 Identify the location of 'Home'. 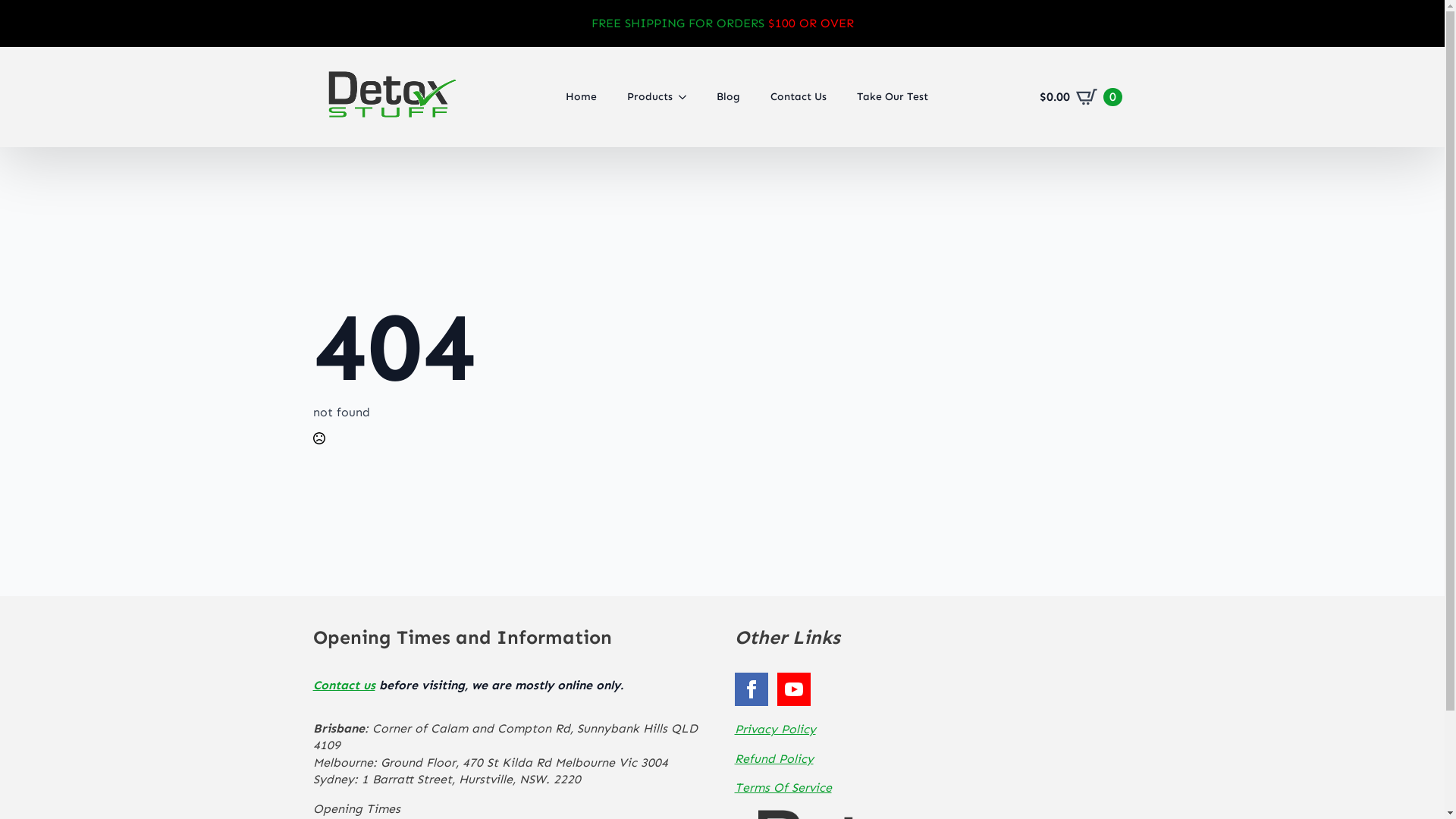
(580, 96).